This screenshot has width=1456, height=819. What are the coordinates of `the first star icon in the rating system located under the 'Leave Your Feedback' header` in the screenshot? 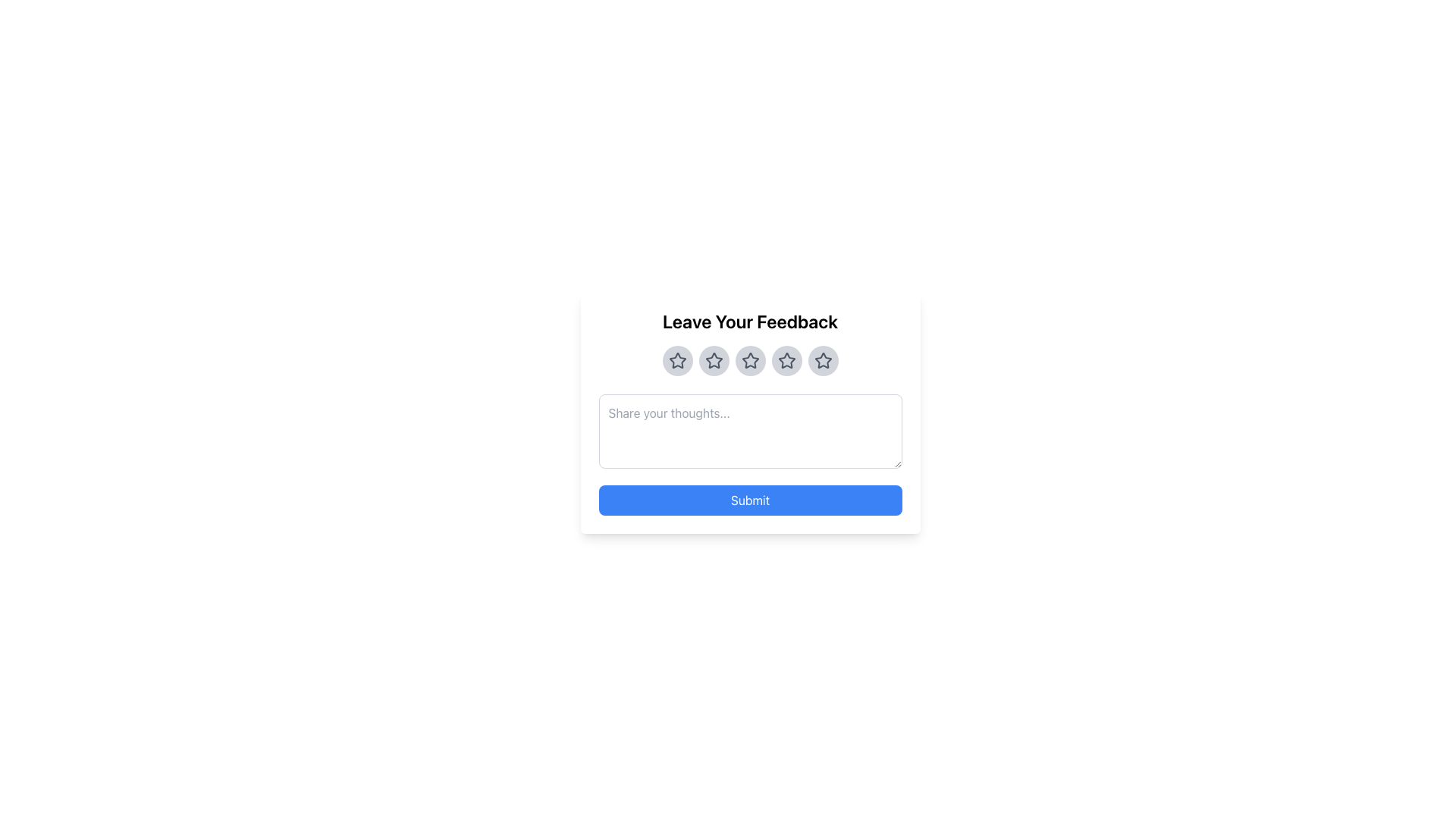 It's located at (676, 360).